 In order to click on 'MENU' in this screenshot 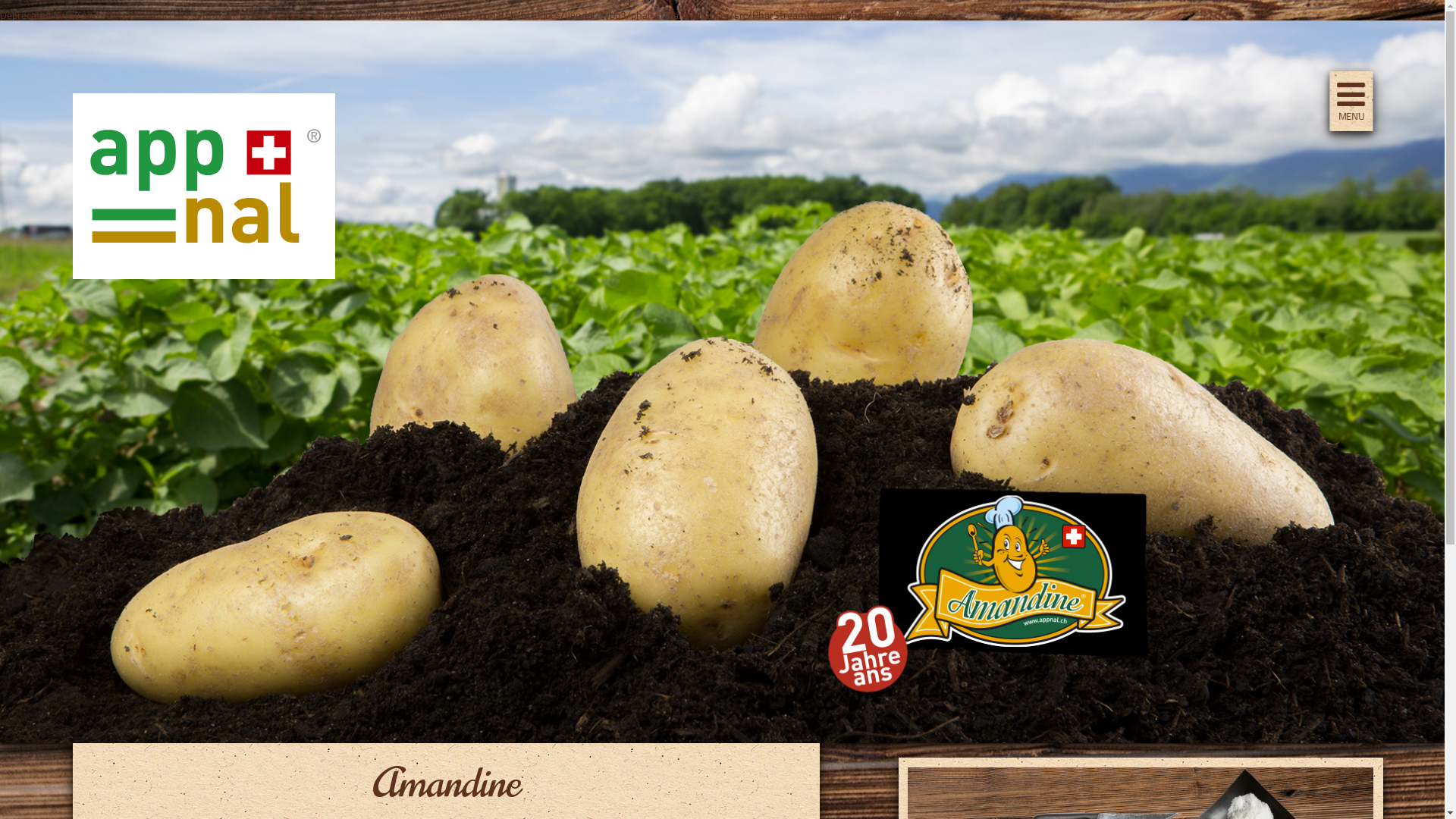, I will do `click(1350, 99)`.